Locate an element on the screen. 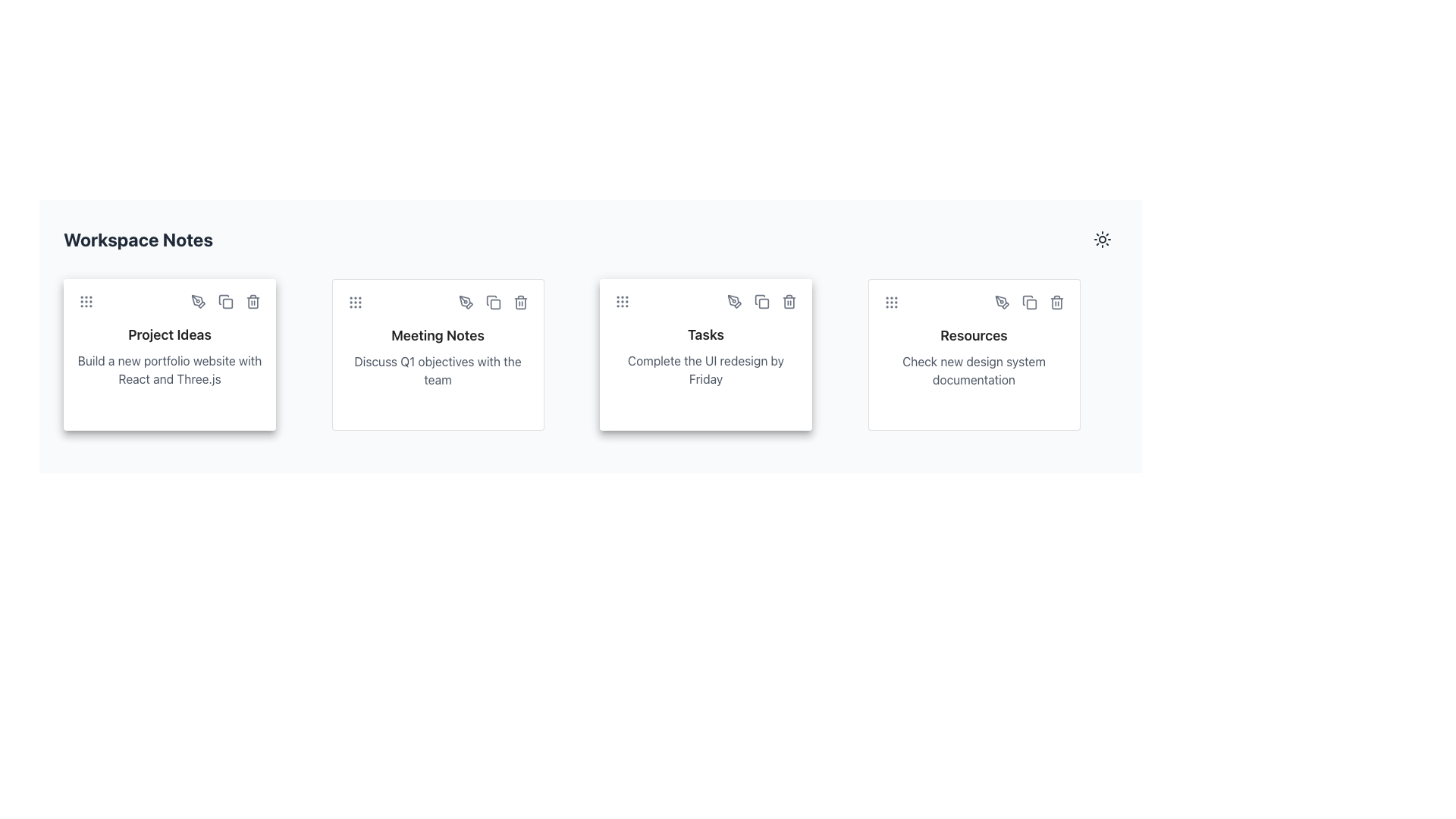  the drag handle icon, which is a grid of nine small gray circles, located in the top-left corner of the 'Project Ideas' note card in the 'Workspace Notes' section is located at coordinates (86, 301).